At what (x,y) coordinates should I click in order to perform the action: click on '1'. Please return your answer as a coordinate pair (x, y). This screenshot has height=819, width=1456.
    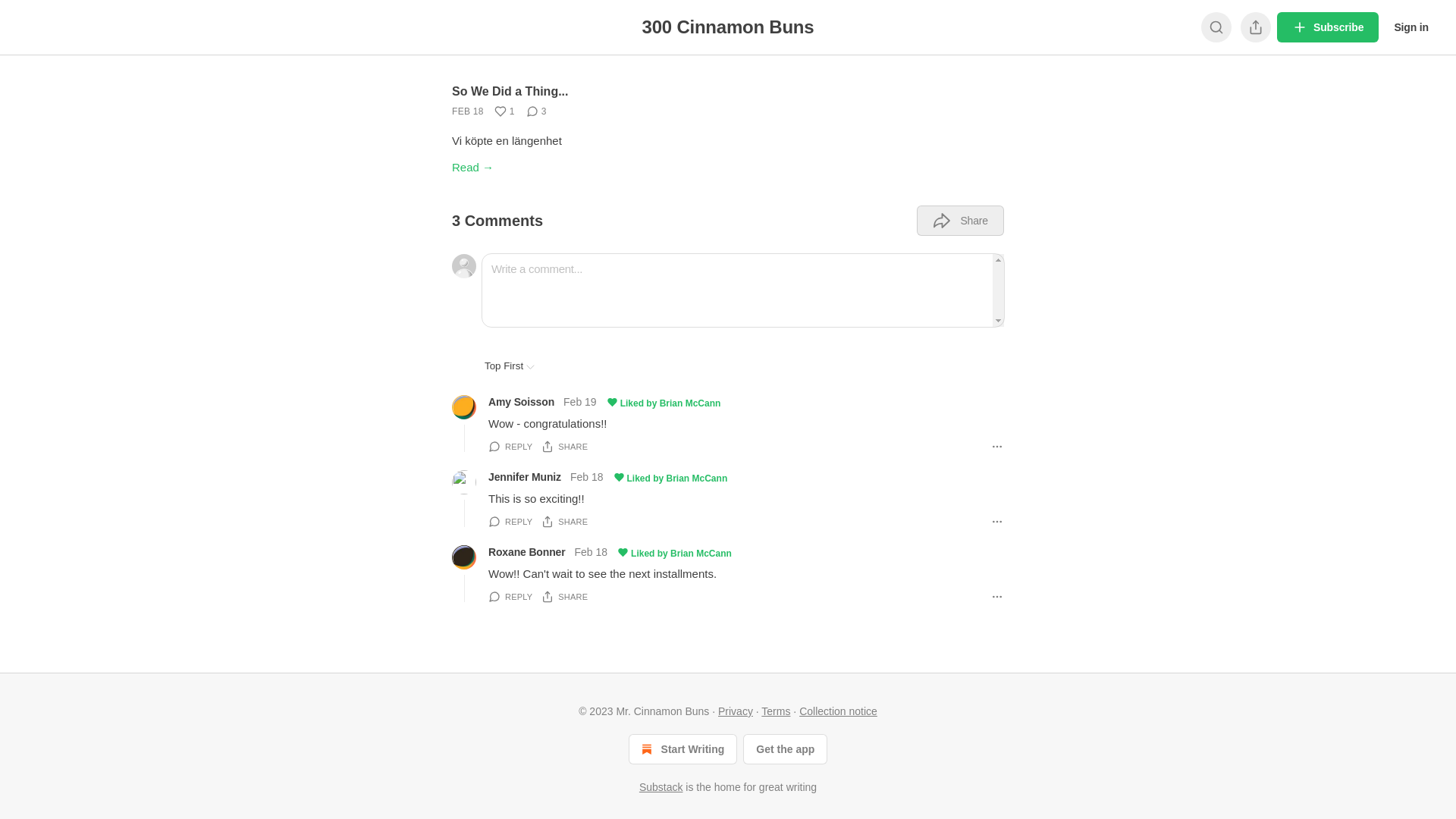
    Looking at the image, I should click on (491, 110).